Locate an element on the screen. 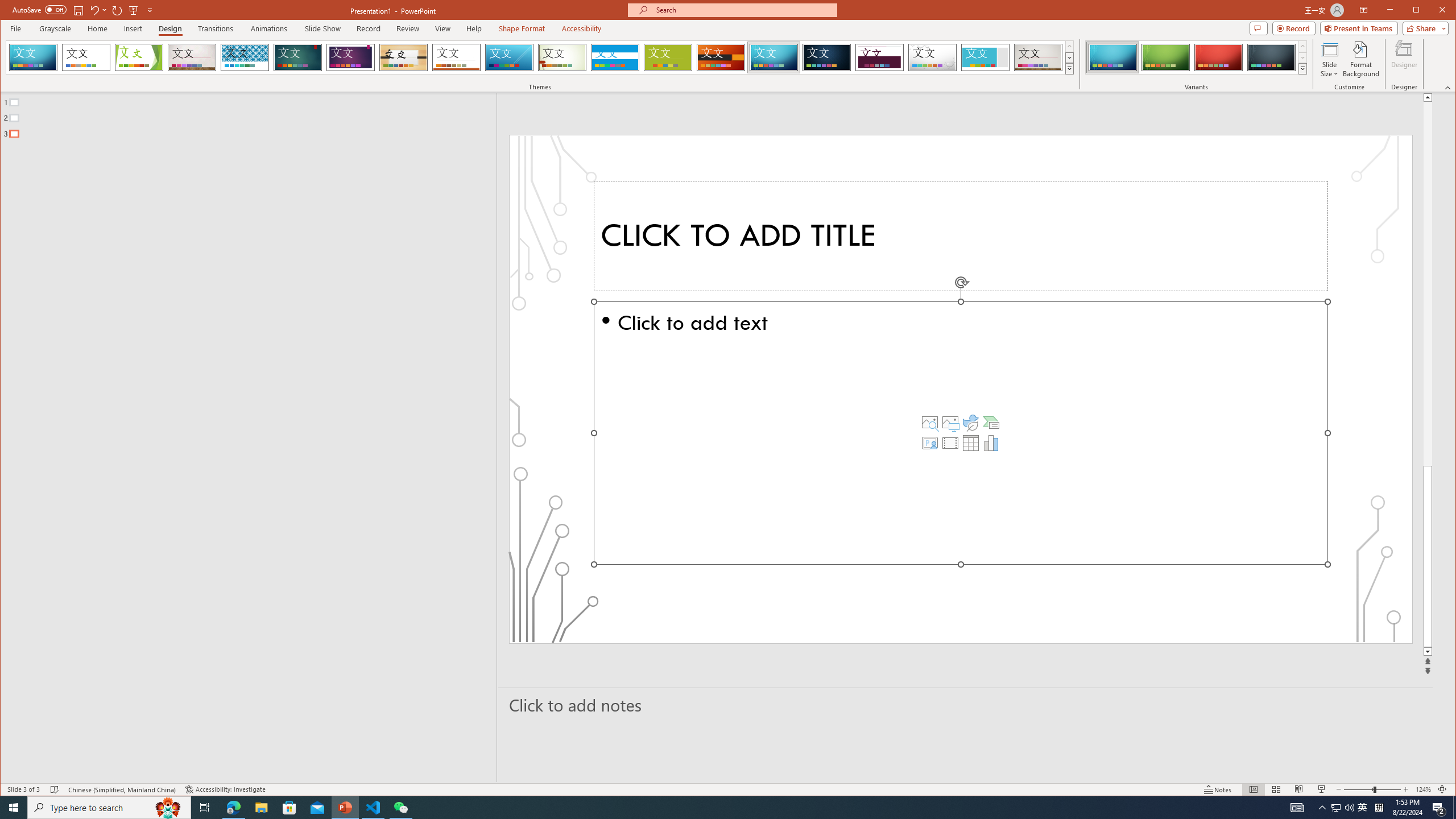 This screenshot has width=1456, height=819. 'Circuit Variant 3' is located at coordinates (1218, 57).